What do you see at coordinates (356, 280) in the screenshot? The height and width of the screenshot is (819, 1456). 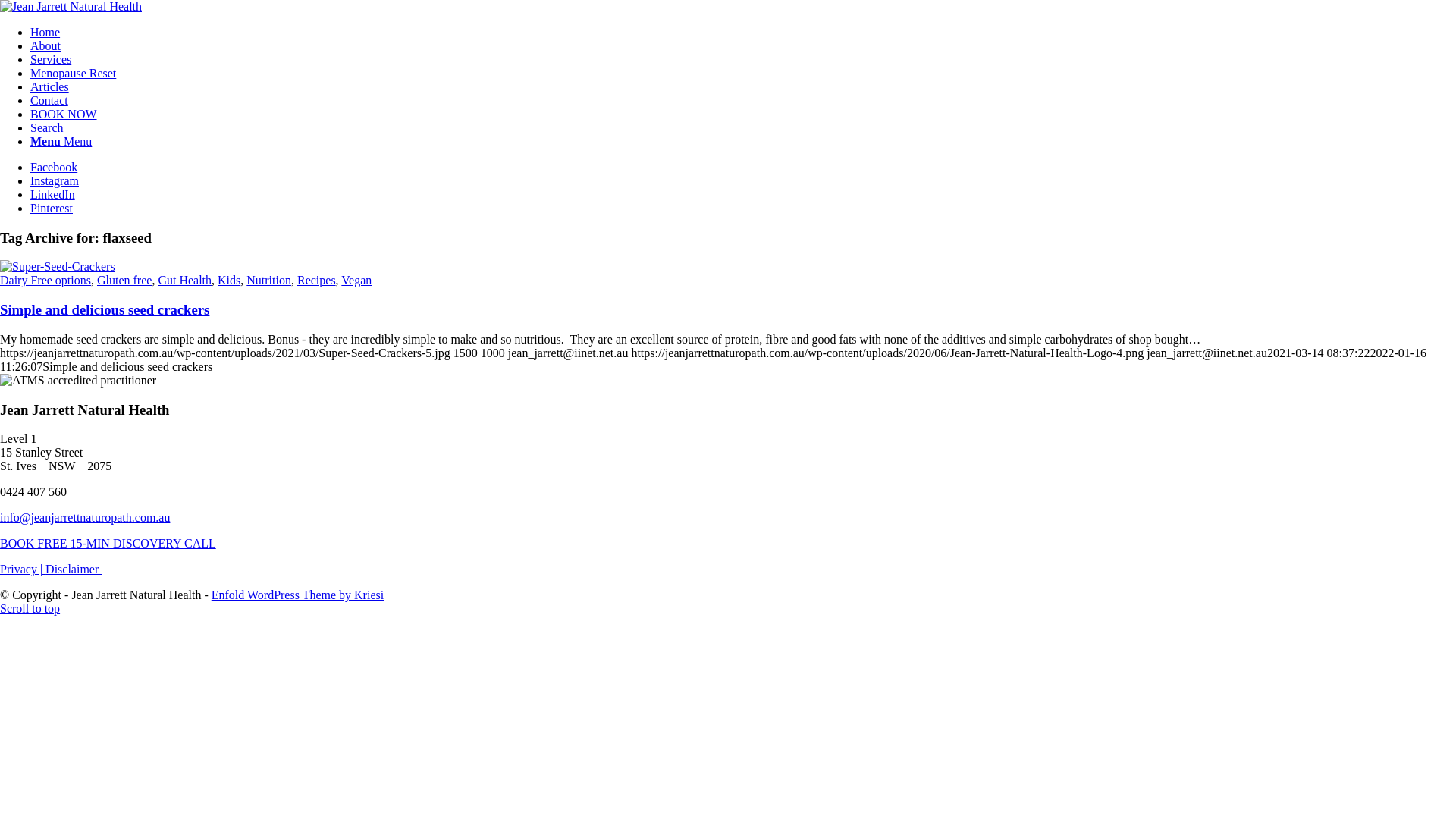 I see `'Vegan'` at bounding box center [356, 280].